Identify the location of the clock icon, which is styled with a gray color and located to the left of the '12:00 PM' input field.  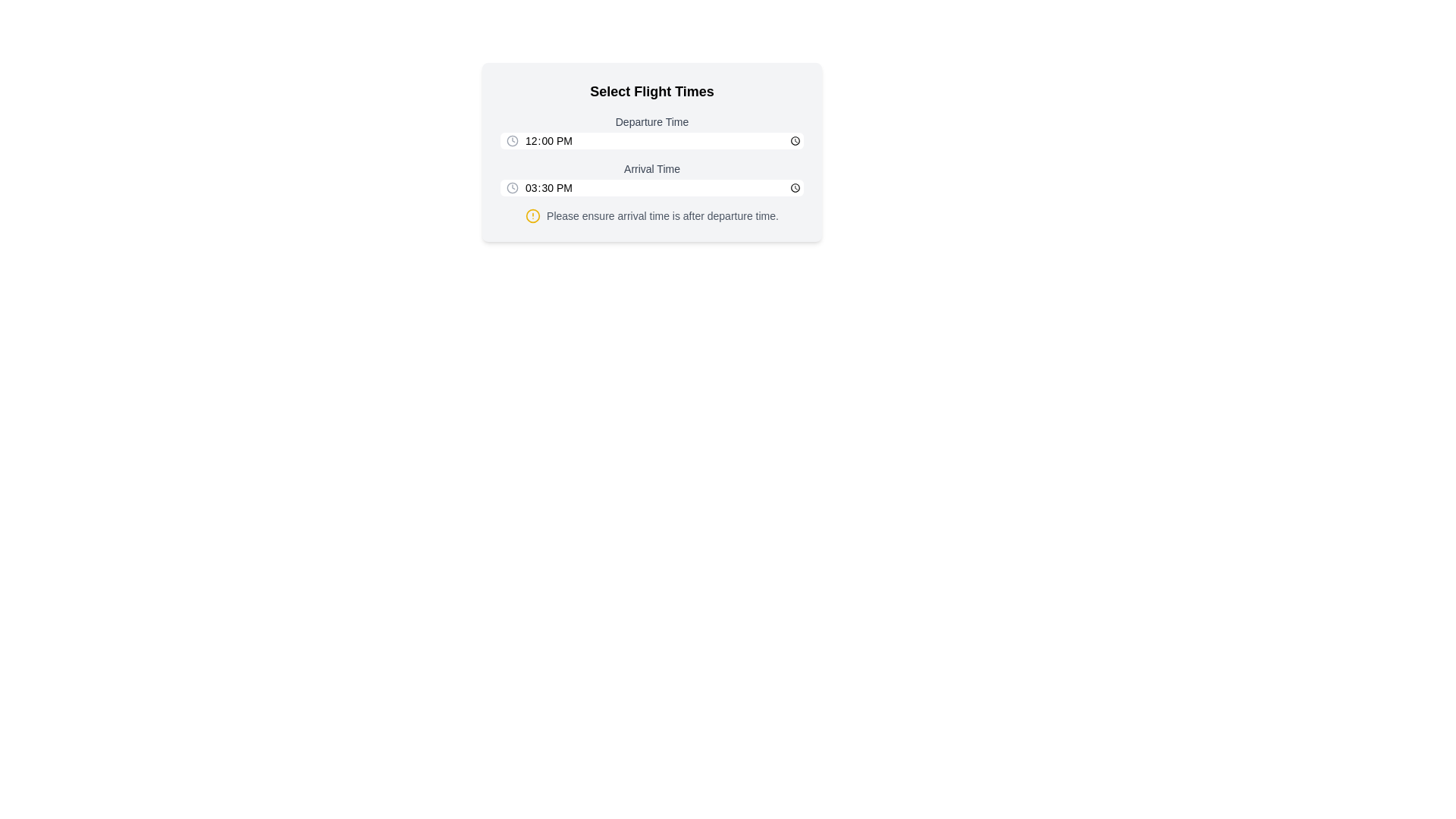
(513, 140).